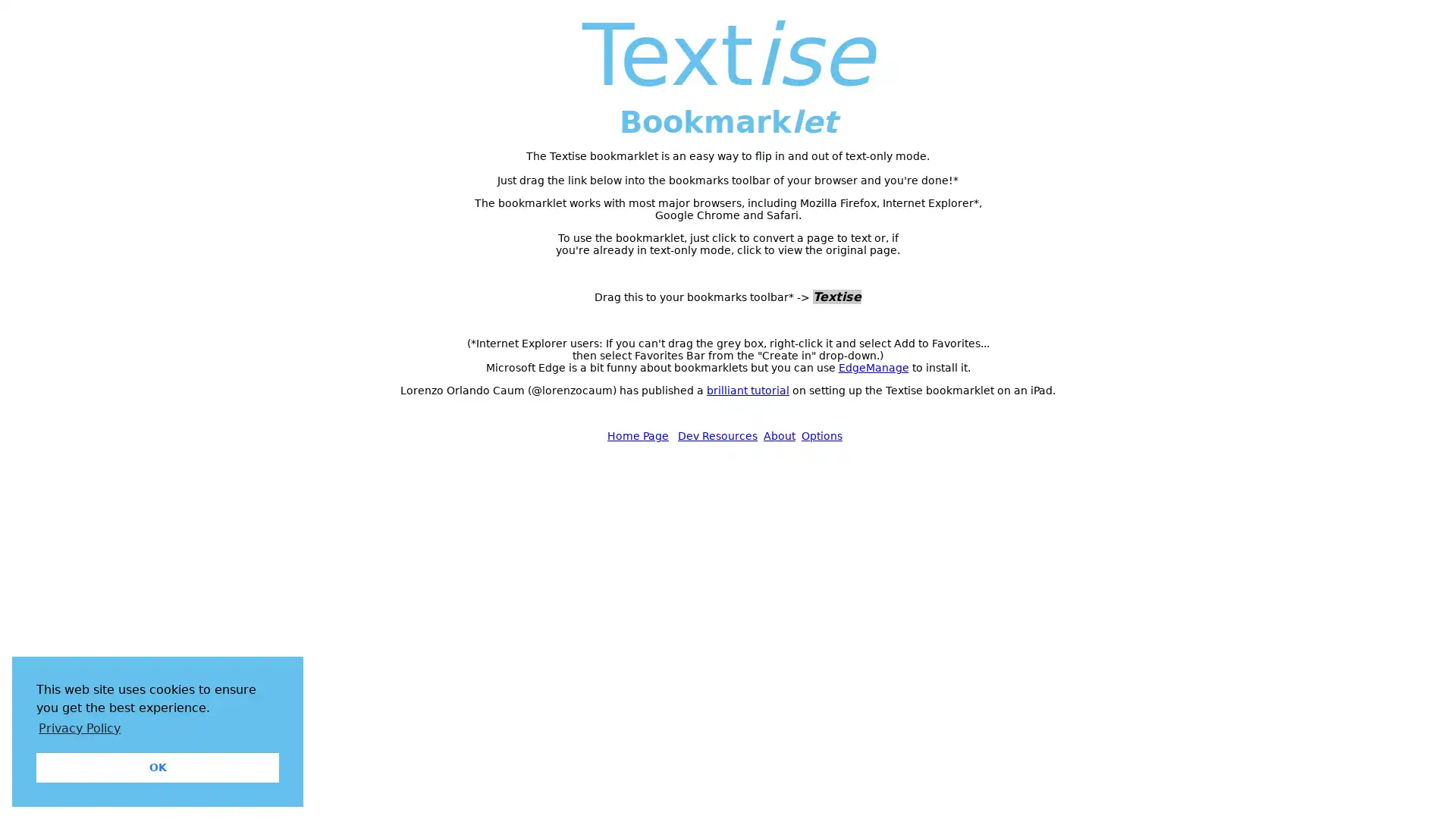 The width and height of the screenshot is (1456, 819). Describe the element at coordinates (79, 727) in the screenshot. I see `learn more about cookies` at that location.